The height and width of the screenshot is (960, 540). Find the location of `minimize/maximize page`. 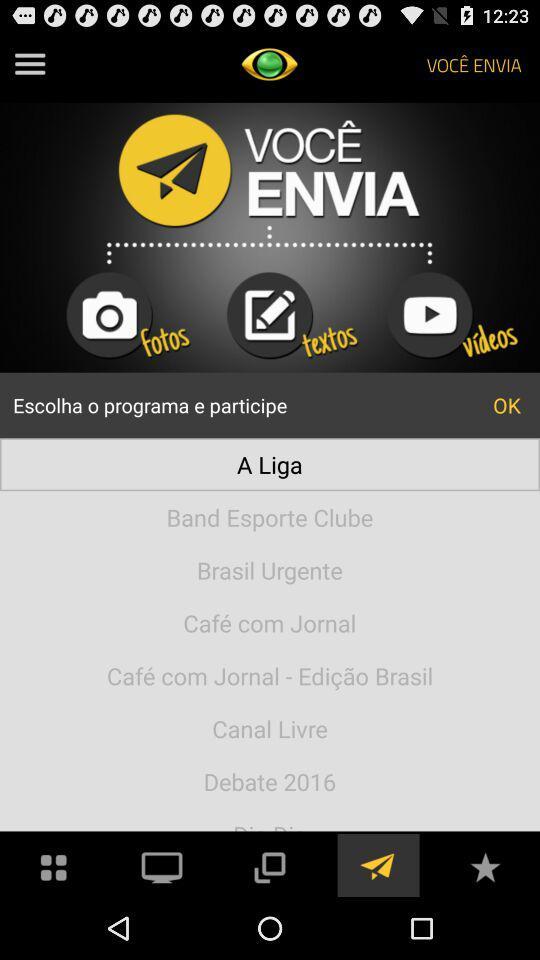

minimize/maximize page is located at coordinates (269, 864).